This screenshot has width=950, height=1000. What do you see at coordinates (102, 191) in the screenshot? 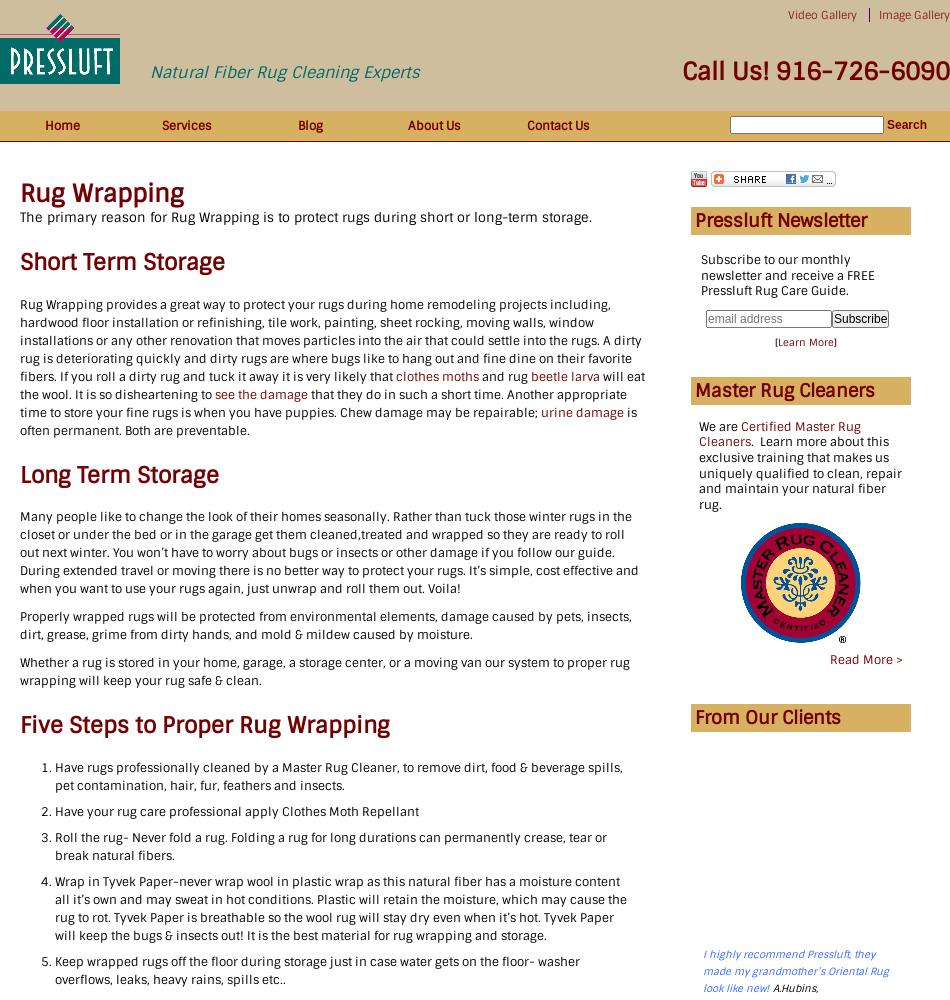
I see `'Rug Wrapping'` at bounding box center [102, 191].